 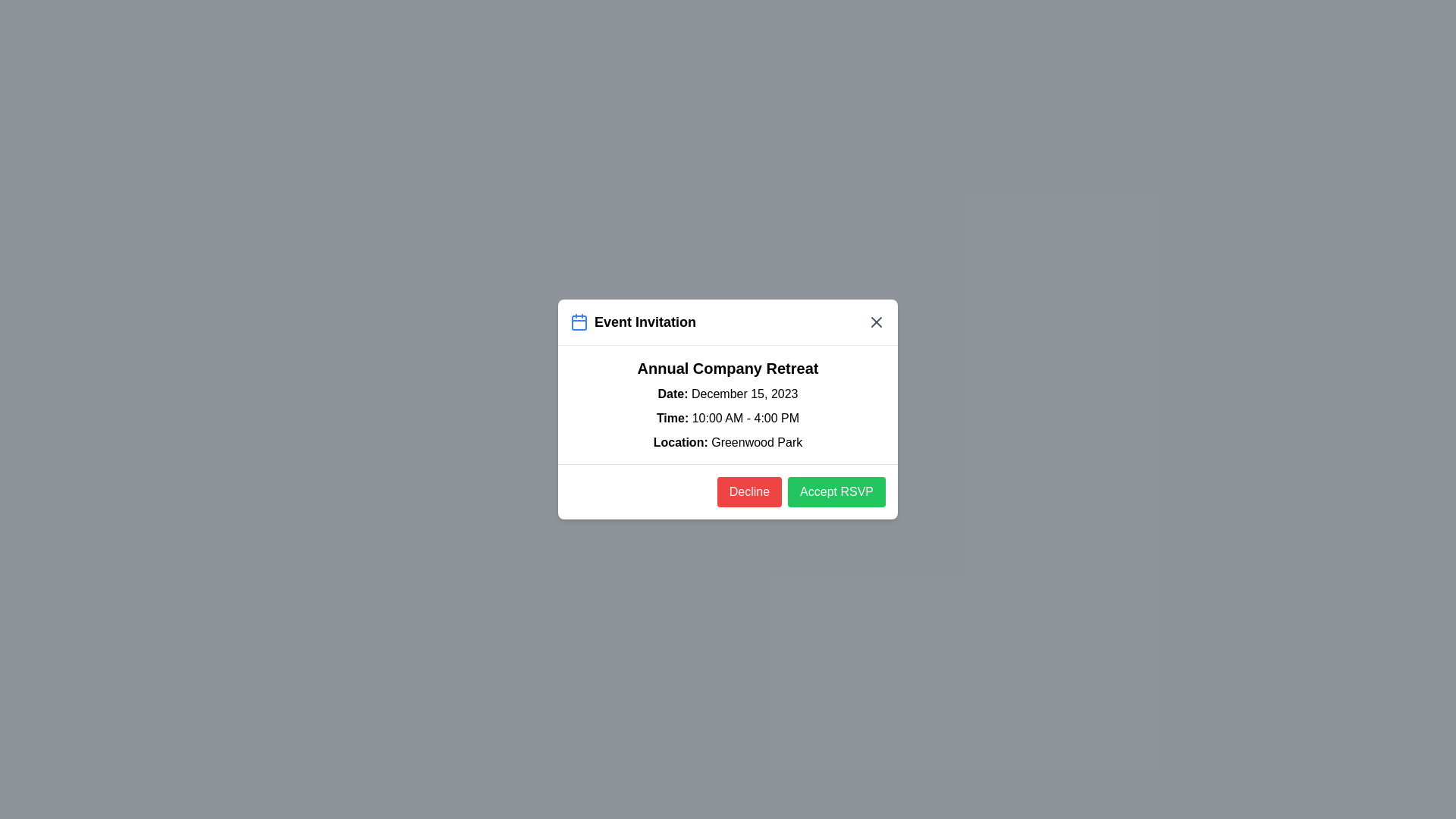 I want to click on the static text that provides location details for an event, located in the bottom part of the informational box below the 'Time' descriptor, so click(x=728, y=442).